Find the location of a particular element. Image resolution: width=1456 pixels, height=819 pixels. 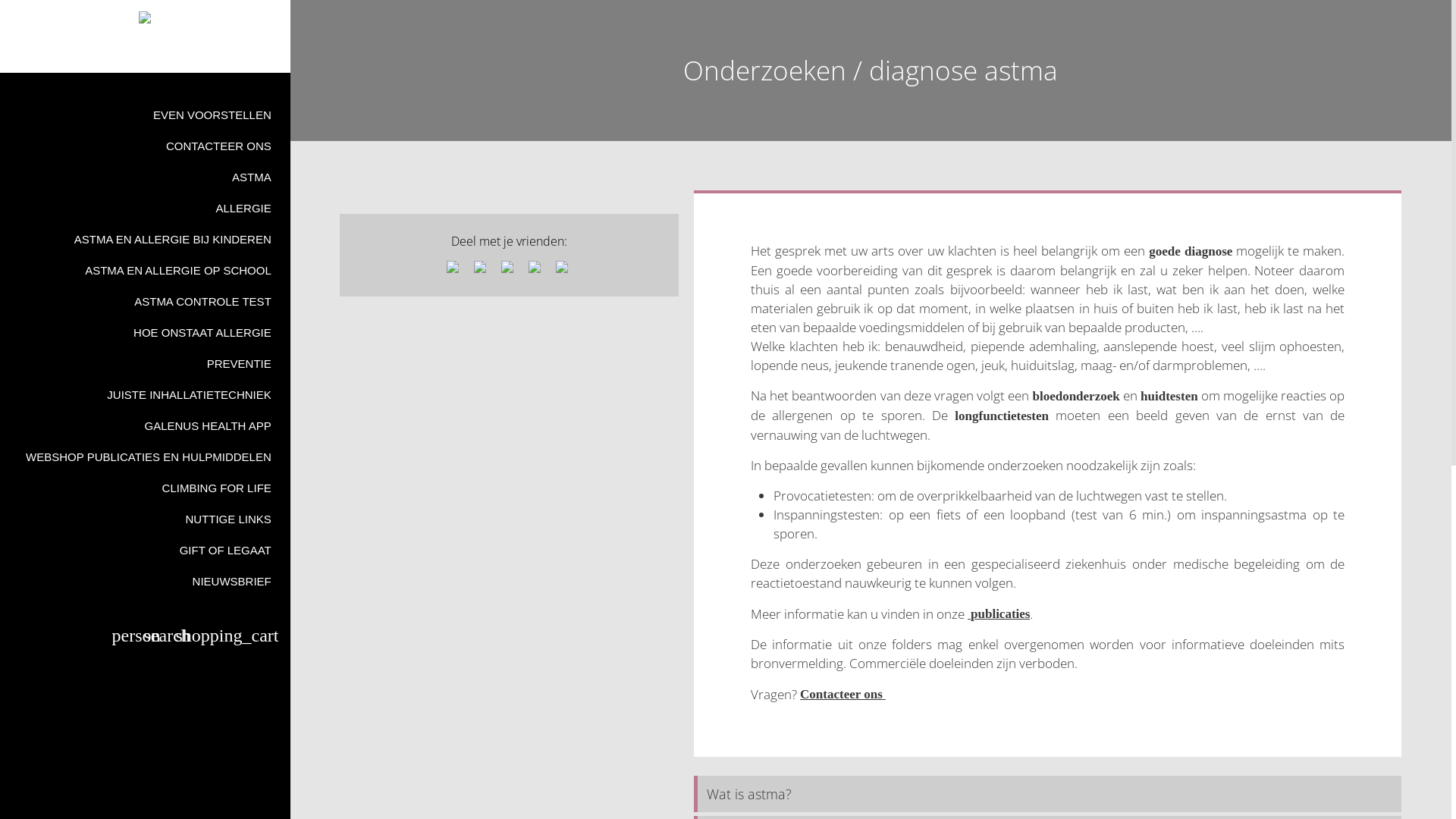

'PREVENTIE' is located at coordinates (145, 363).